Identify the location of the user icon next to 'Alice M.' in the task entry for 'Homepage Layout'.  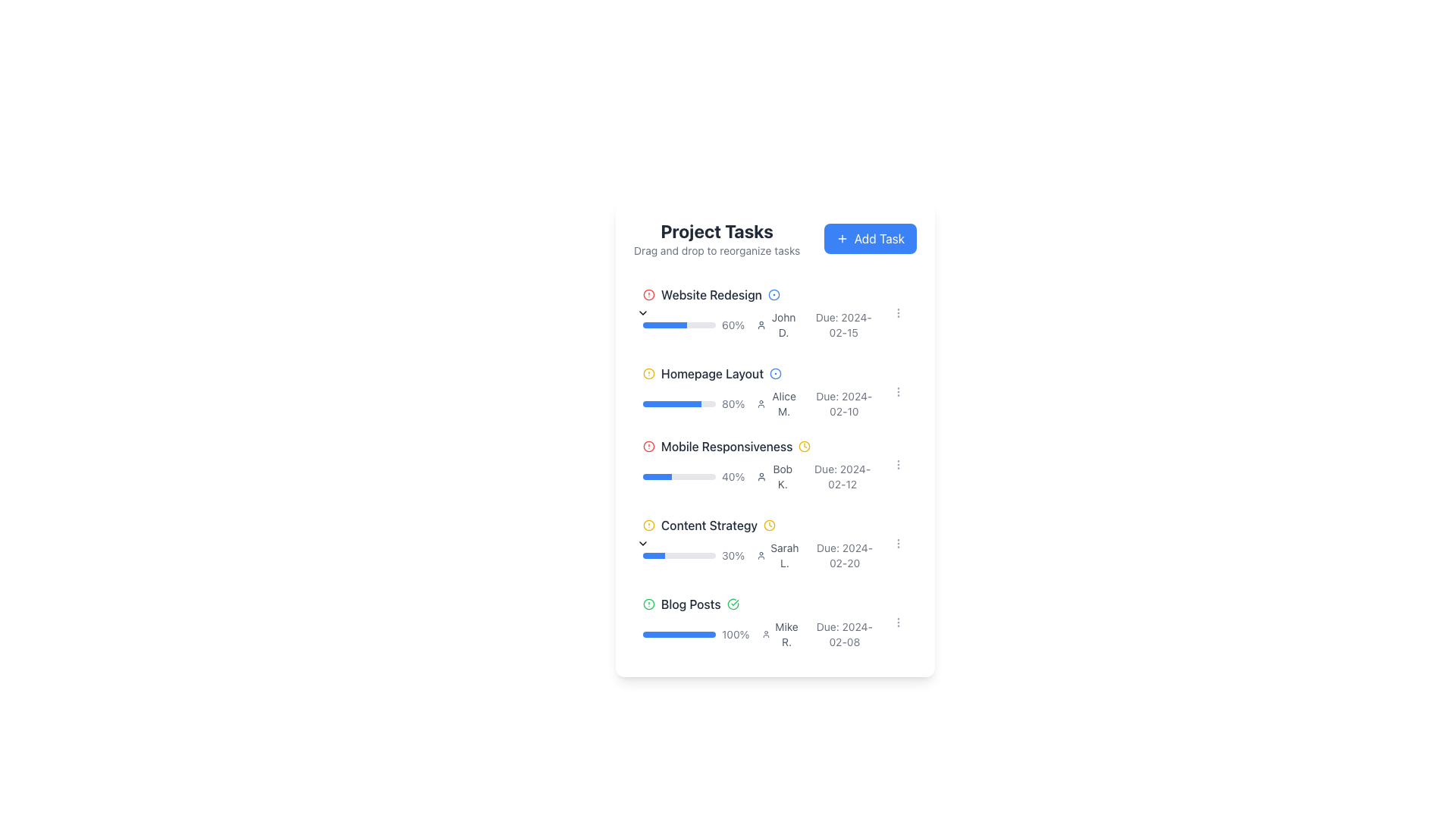
(760, 391).